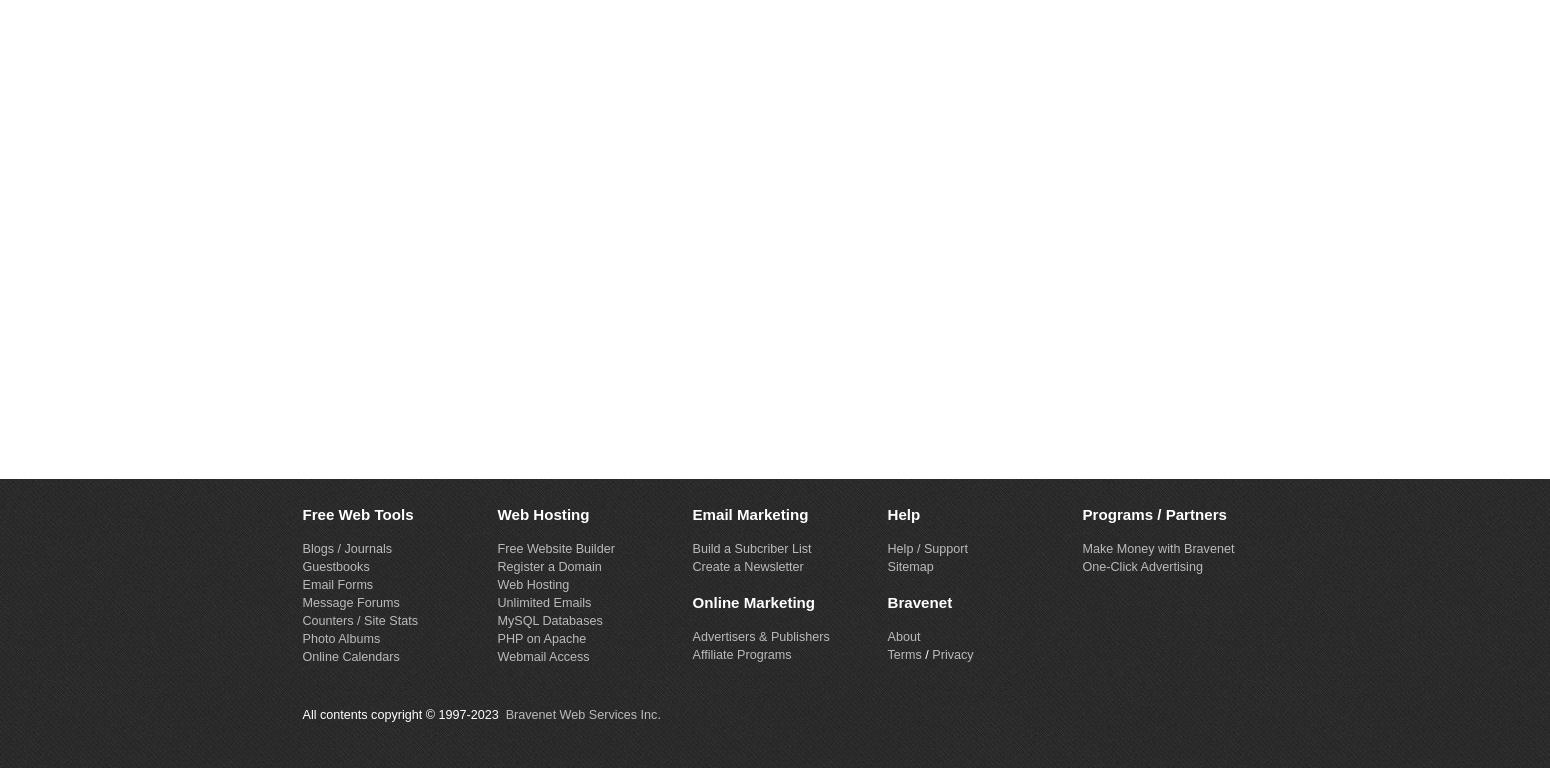 Image resolution: width=1550 pixels, height=768 pixels. What do you see at coordinates (760, 635) in the screenshot?
I see `'Advertisers & Publishers'` at bounding box center [760, 635].